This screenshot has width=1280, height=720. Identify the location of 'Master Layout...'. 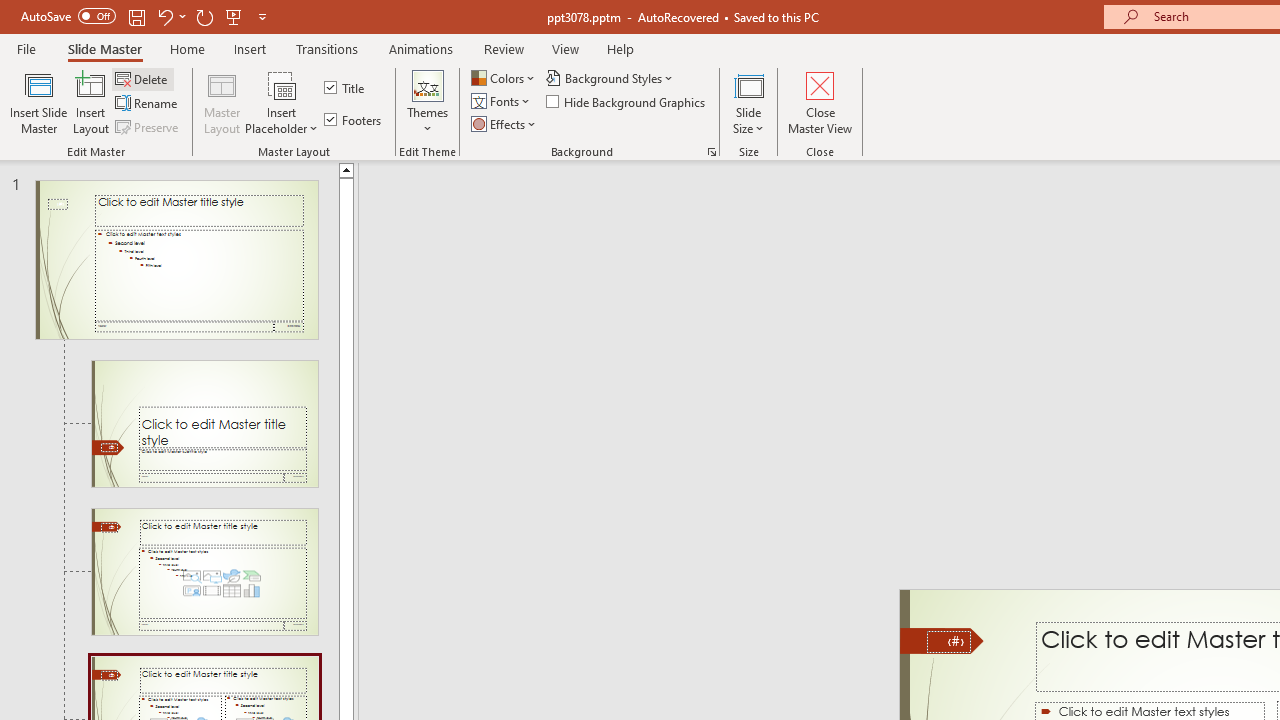
(222, 103).